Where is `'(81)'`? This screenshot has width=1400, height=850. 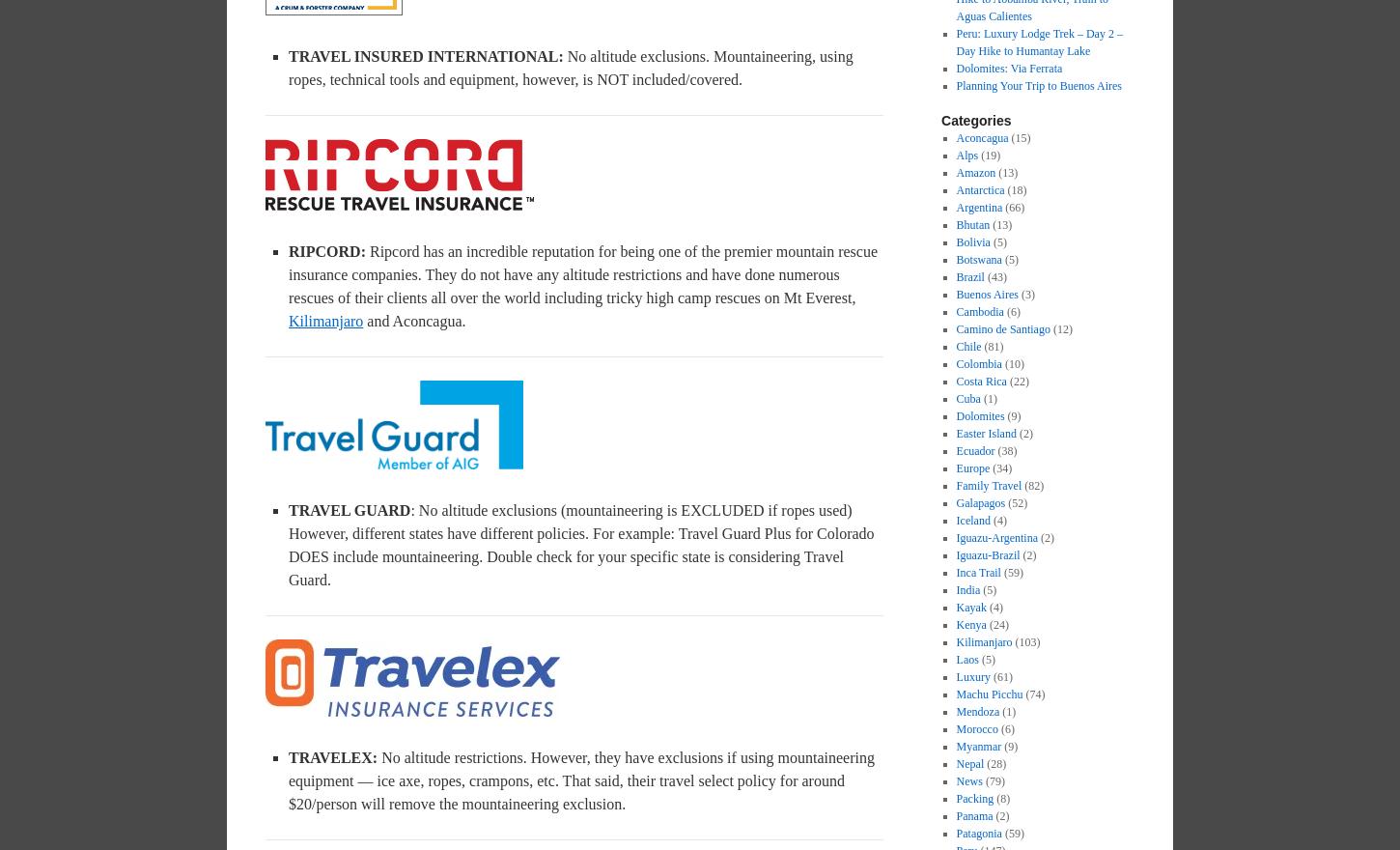
'(81)' is located at coordinates (981, 347).